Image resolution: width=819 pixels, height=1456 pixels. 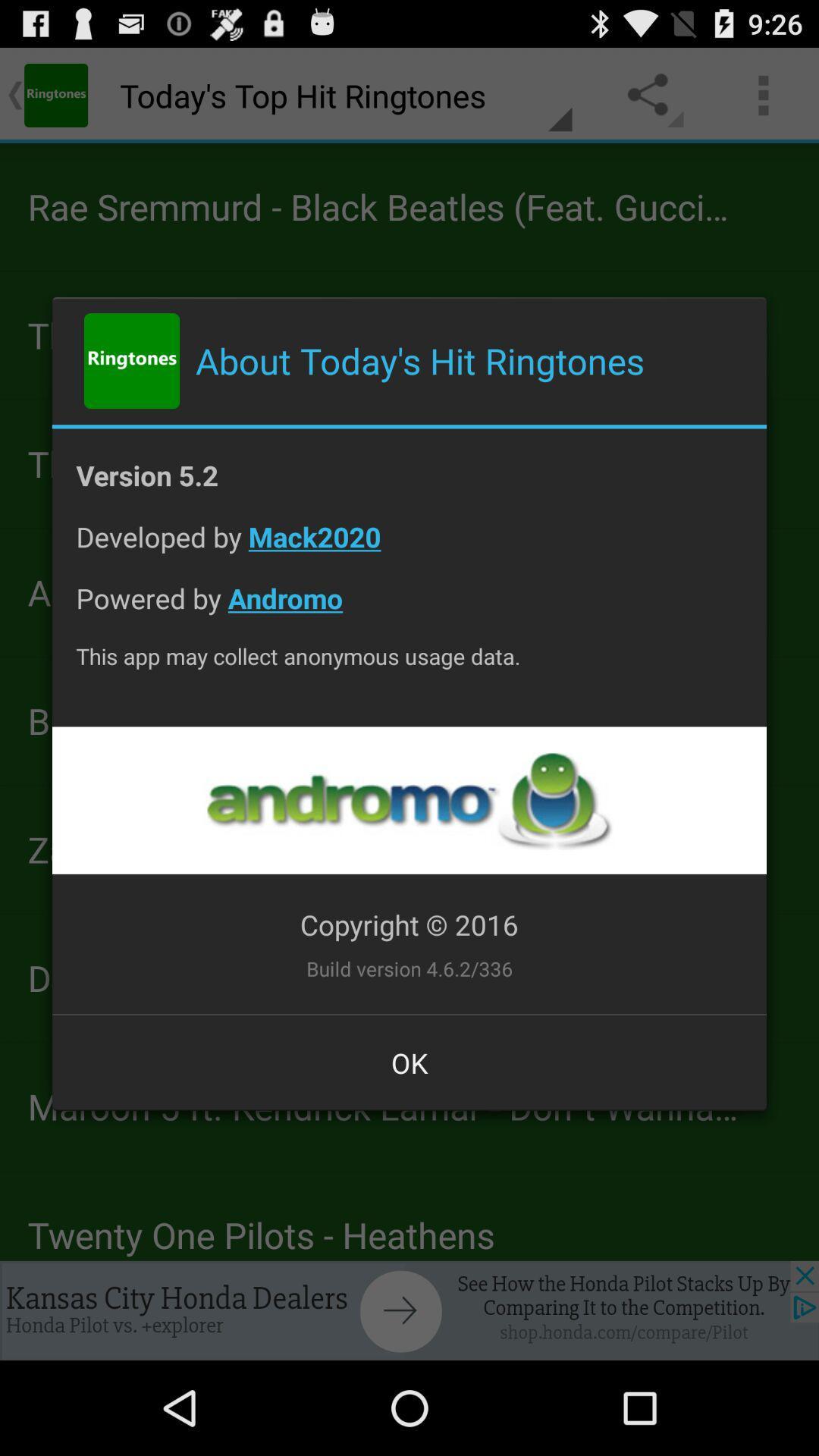 I want to click on icon below the version 5.2 app, so click(x=409, y=548).